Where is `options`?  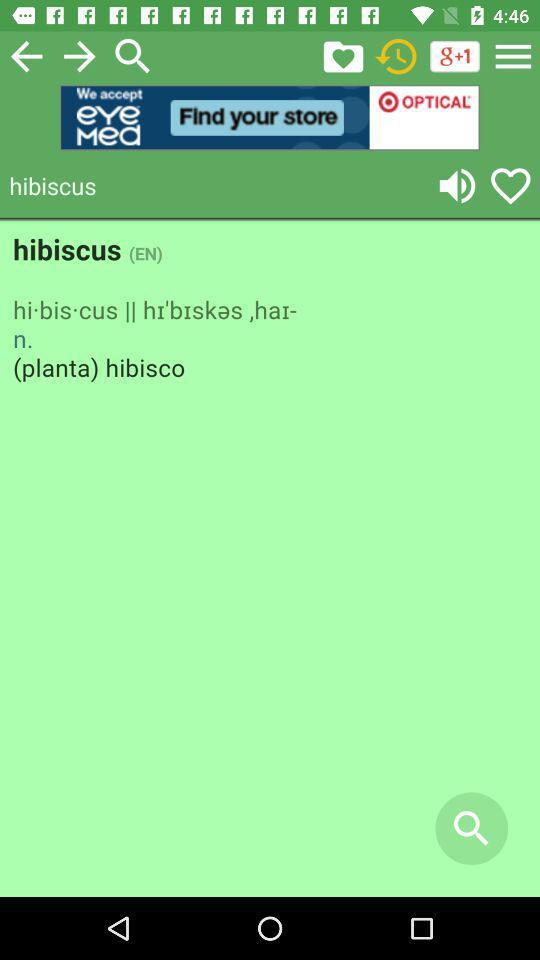
options is located at coordinates (513, 55).